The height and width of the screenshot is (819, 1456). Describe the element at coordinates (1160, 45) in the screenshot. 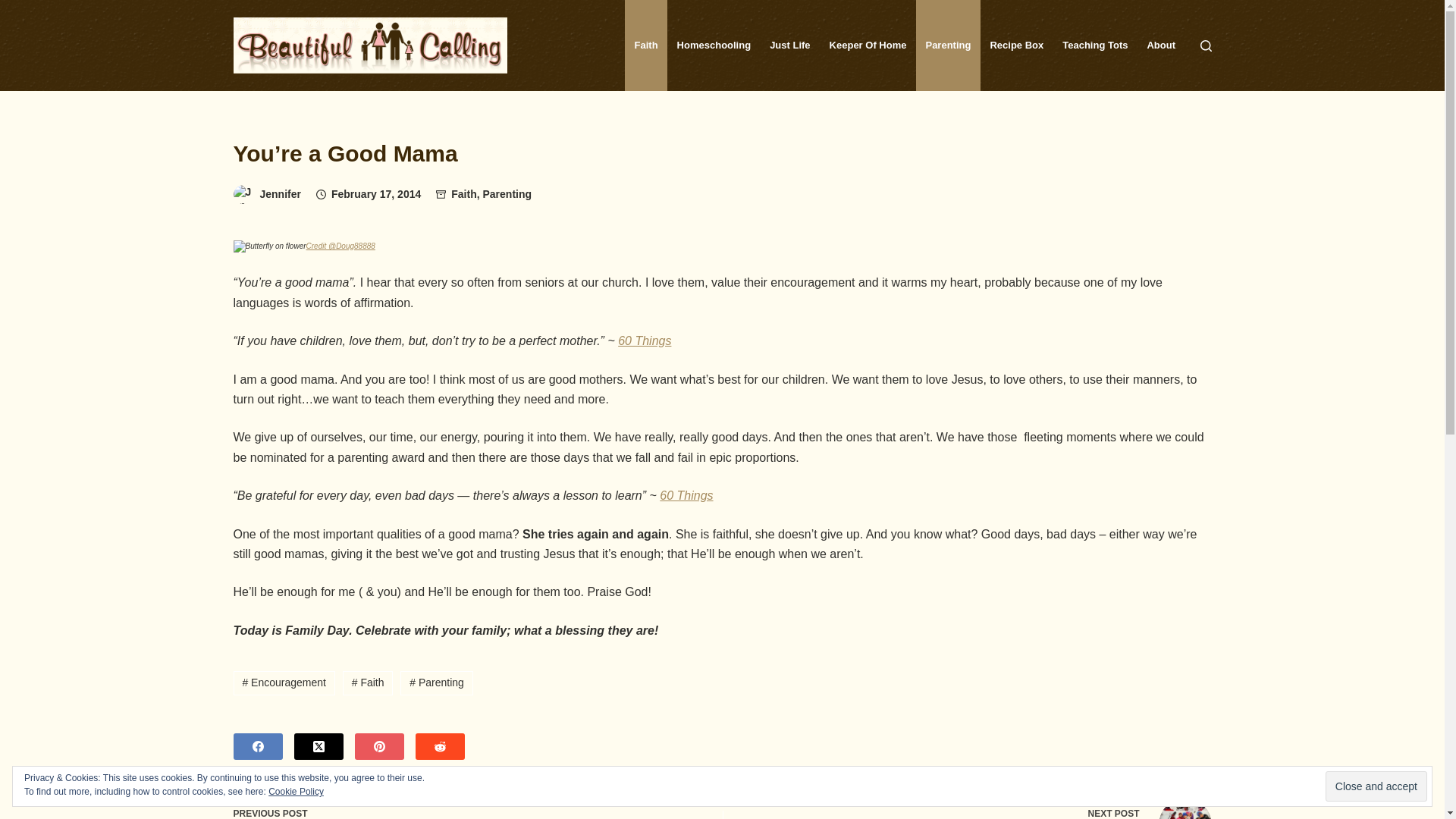

I see `'About'` at that location.